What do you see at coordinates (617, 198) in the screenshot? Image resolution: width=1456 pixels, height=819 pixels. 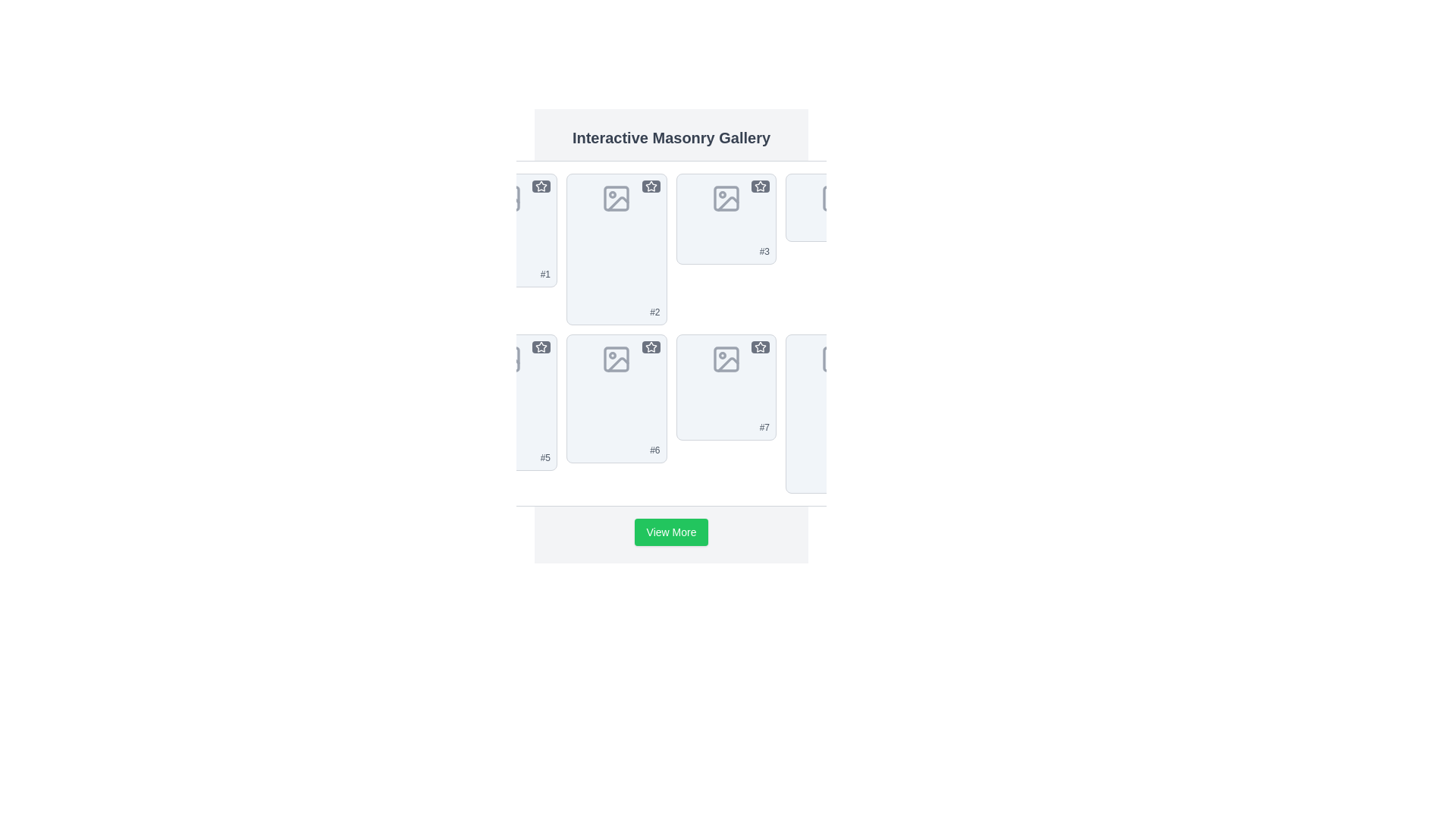 I see `the main rectangular shape with rounded corners in the interactive gallery item labeled '#2', which has a light gray border and is positioned centrally within the icon` at bounding box center [617, 198].